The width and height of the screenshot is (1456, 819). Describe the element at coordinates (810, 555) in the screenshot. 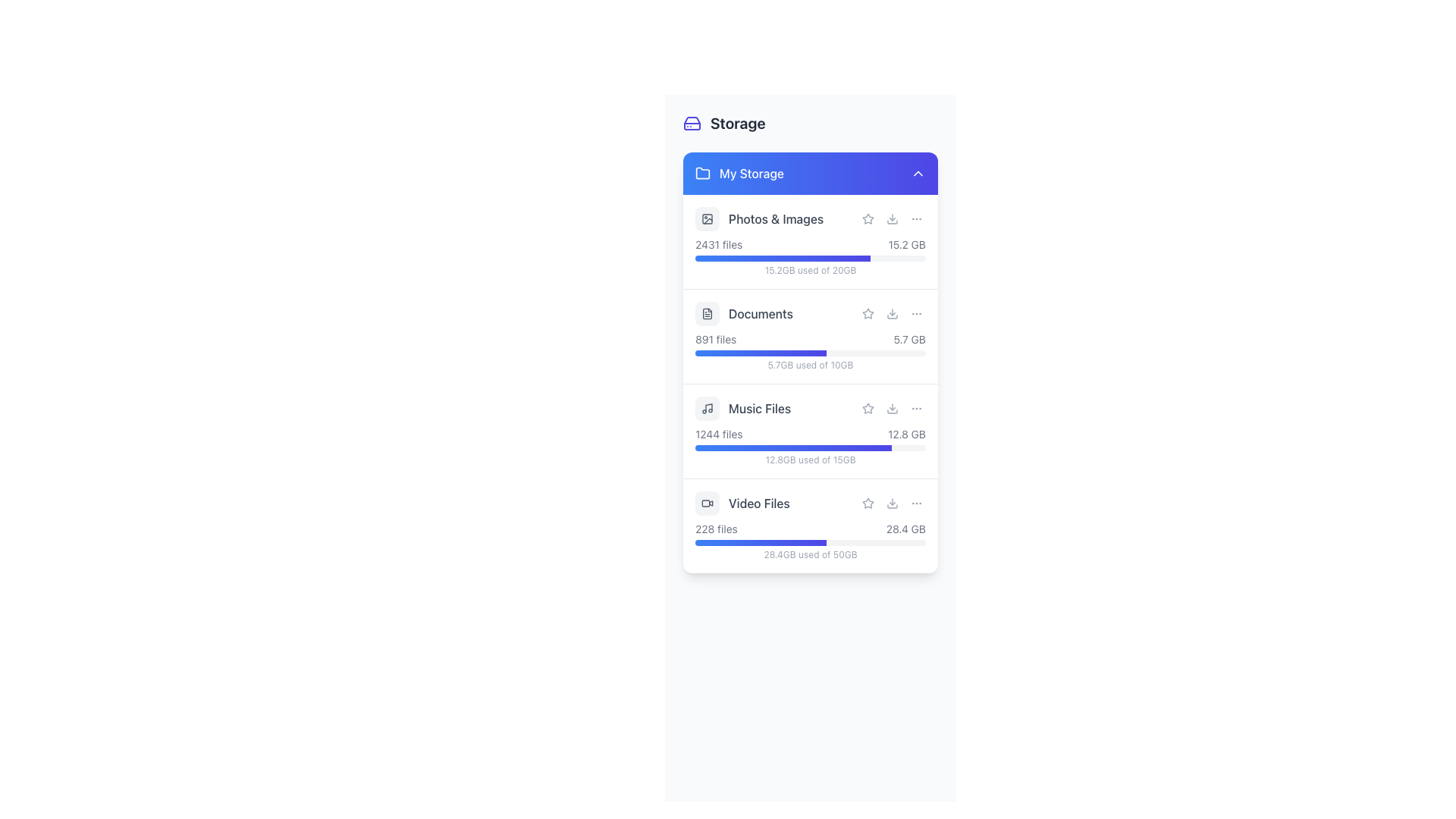

I see `the Text element displaying '28.4GB used of 50GB' located at the bottom of the 'Video Files' section` at that location.